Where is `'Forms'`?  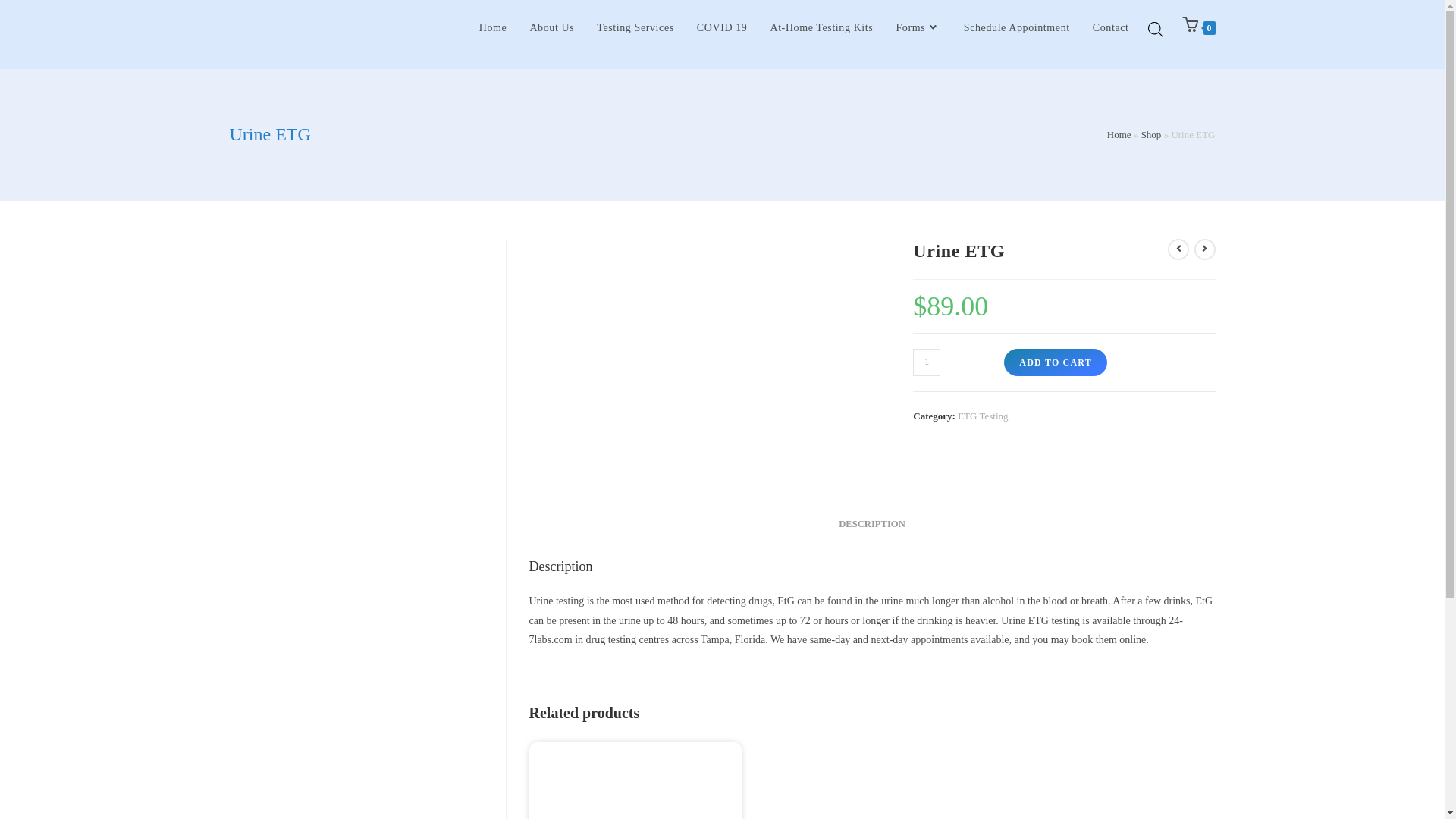
'Forms' is located at coordinates (884, 28).